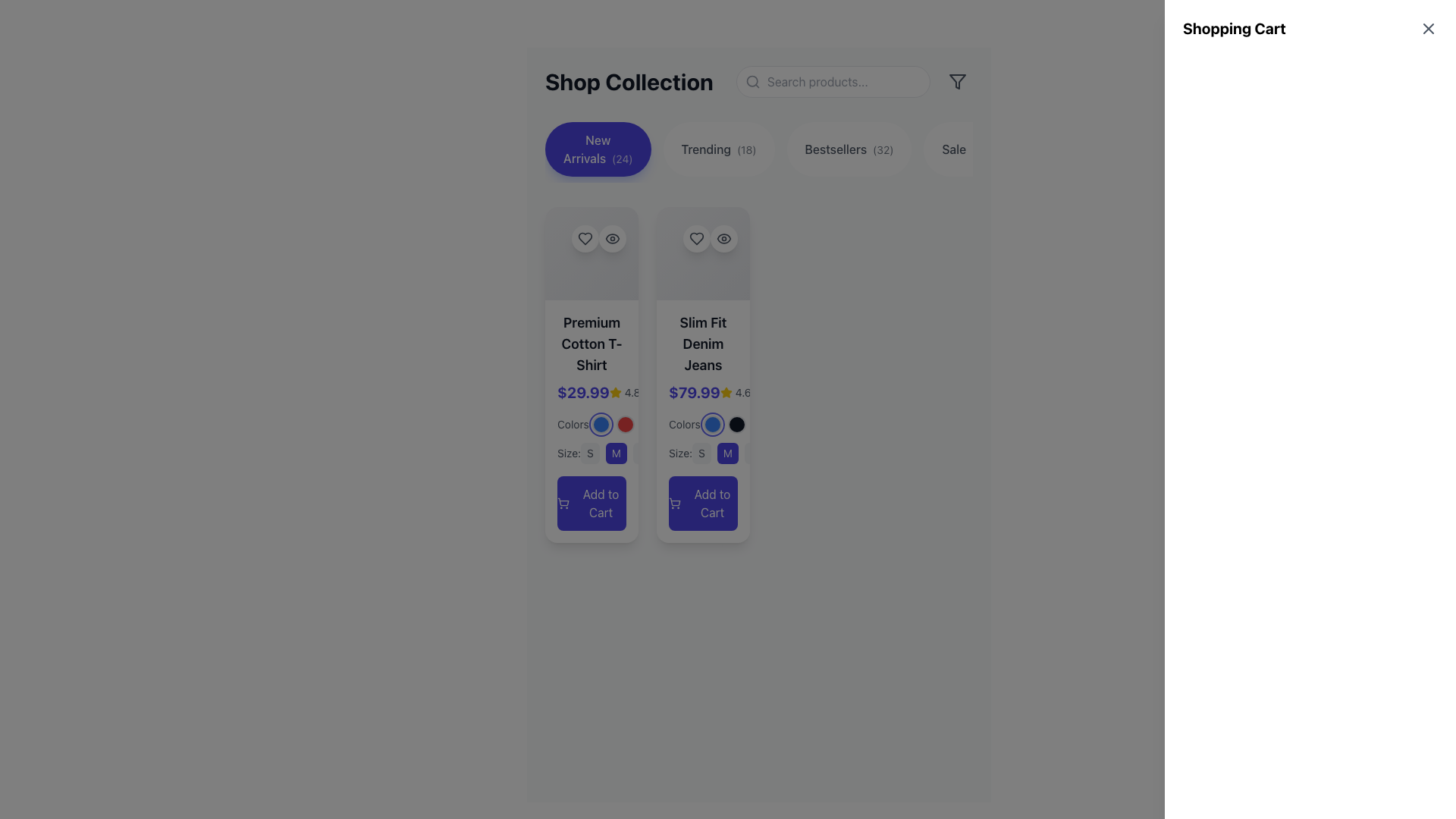 Image resolution: width=1456 pixels, height=819 pixels. I want to click on the product name text label located at the top of the product card, which identifies the item being presented, so click(591, 344).